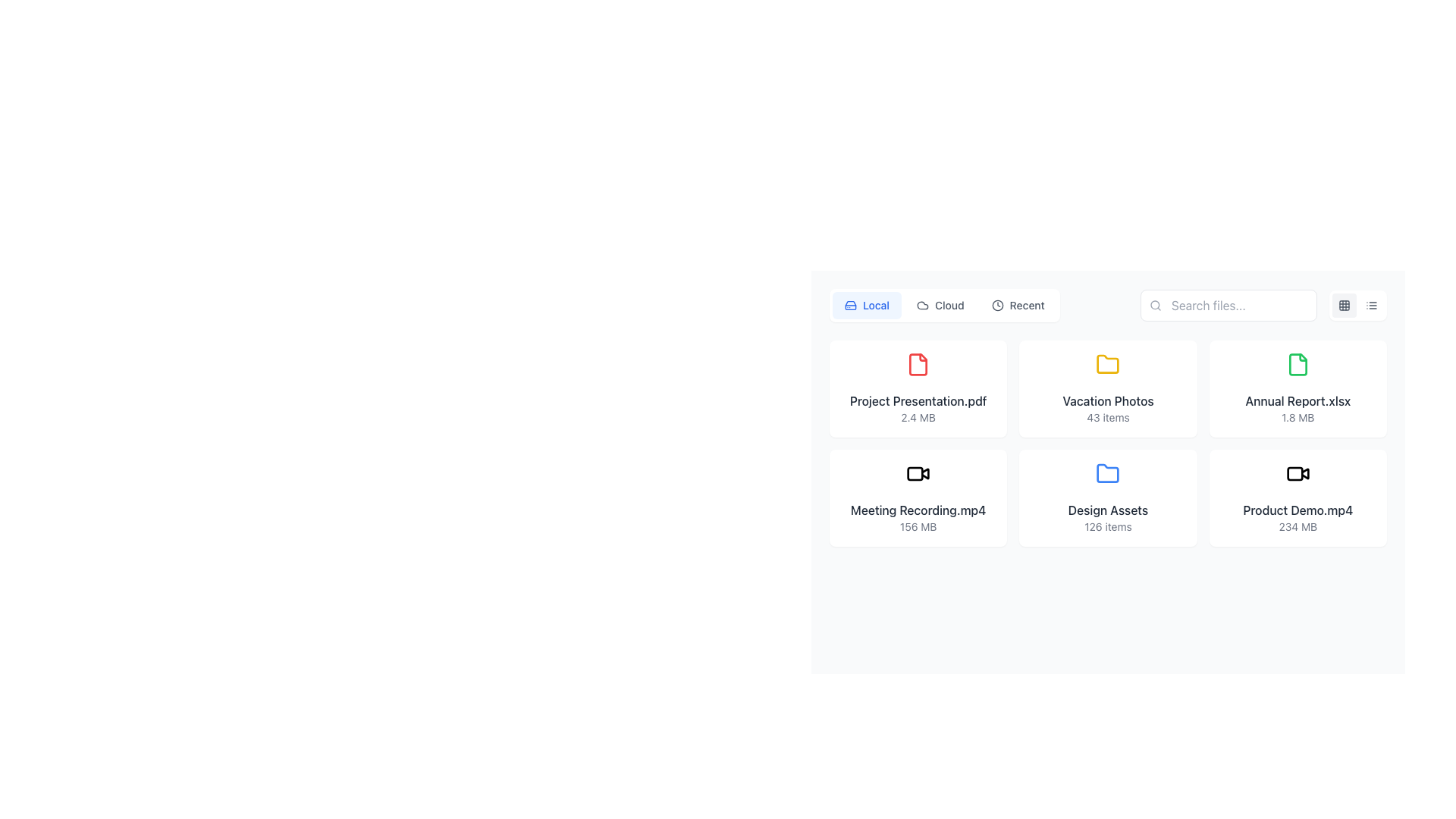  I want to click on to select the 'Vacation Photos' folder representation component located in the second column of the first row, so click(1108, 388).